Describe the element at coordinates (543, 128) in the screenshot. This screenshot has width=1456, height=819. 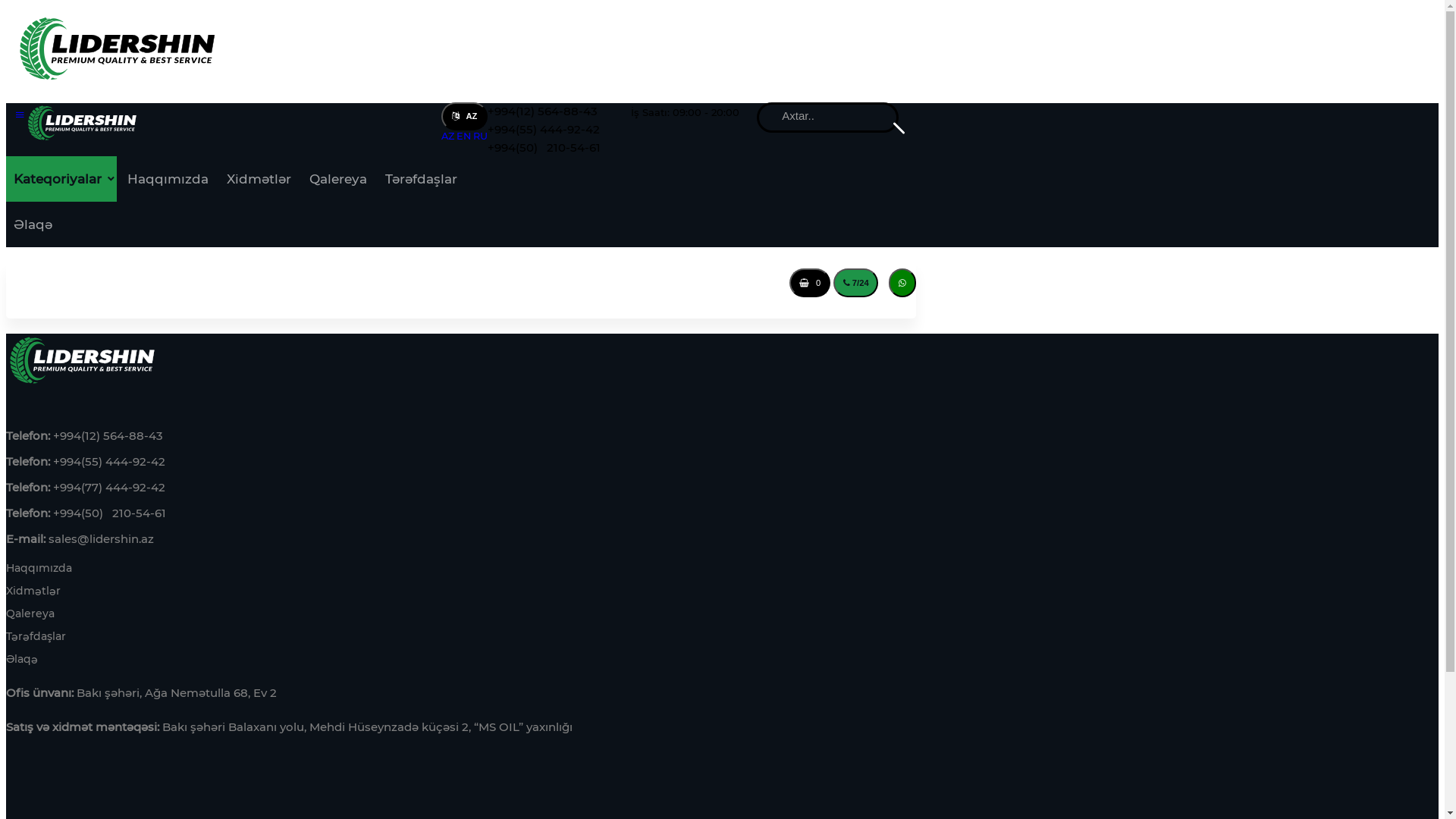
I see `'+994(55) 444-92-42'` at that location.